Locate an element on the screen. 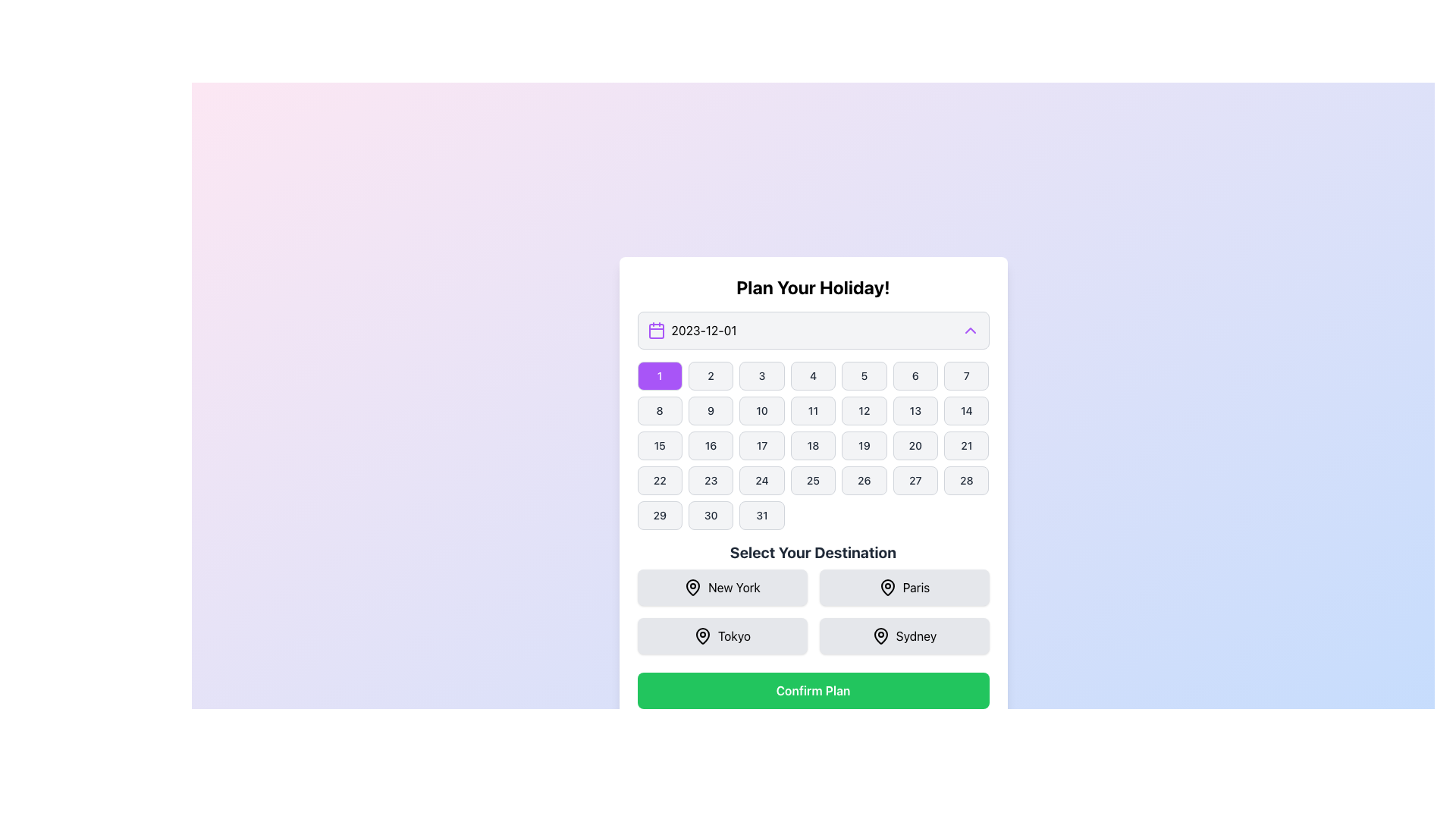 This screenshot has width=1456, height=819. the button labeled '2' with a light gray background and bold dark gray text is located at coordinates (710, 375).